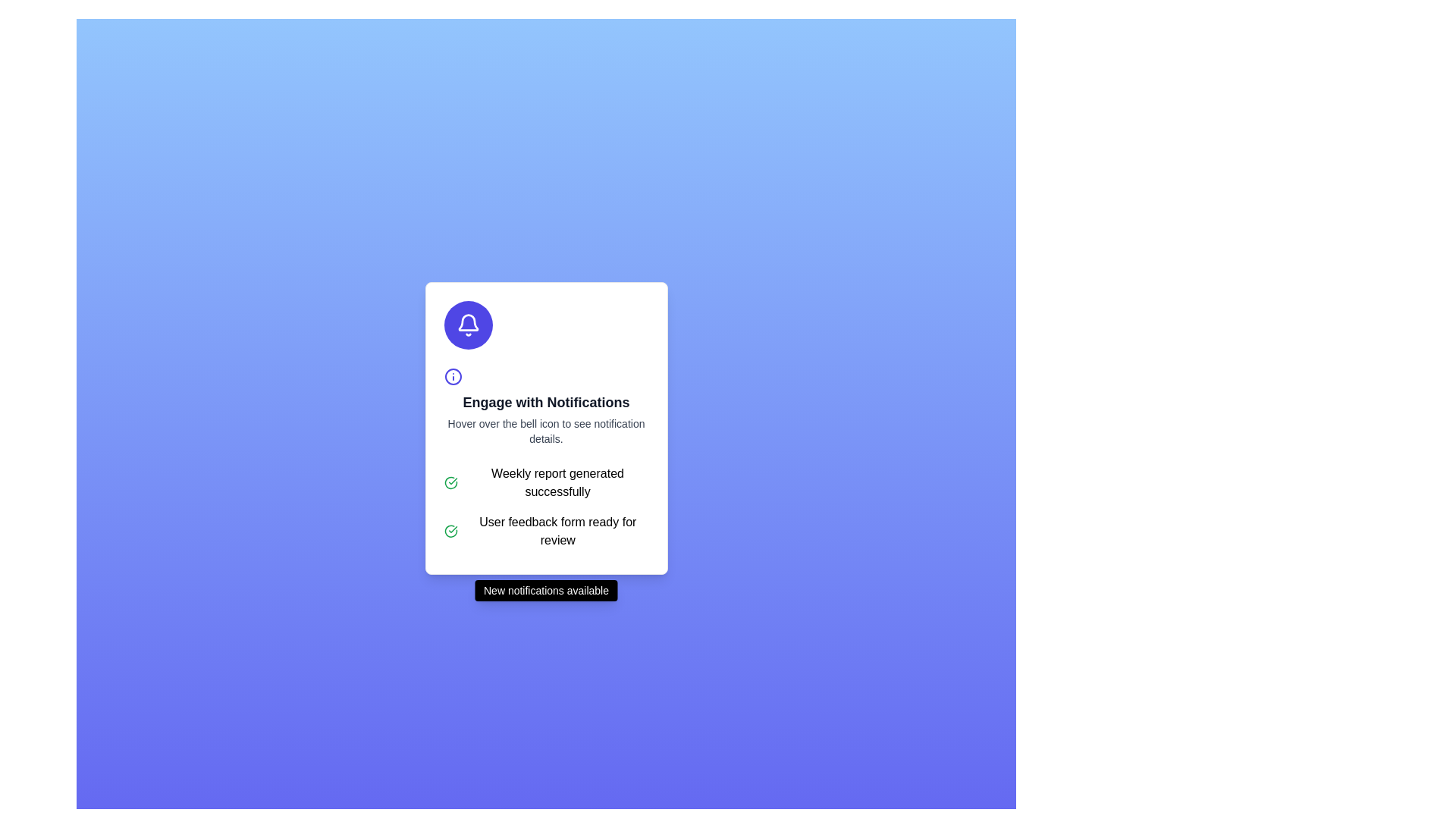 The image size is (1456, 819). What do you see at coordinates (450, 531) in the screenshot?
I see `the graphic icon indicating a confirmed status in the notification card next to the text 'Weekly report generated successfully.'` at bounding box center [450, 531].